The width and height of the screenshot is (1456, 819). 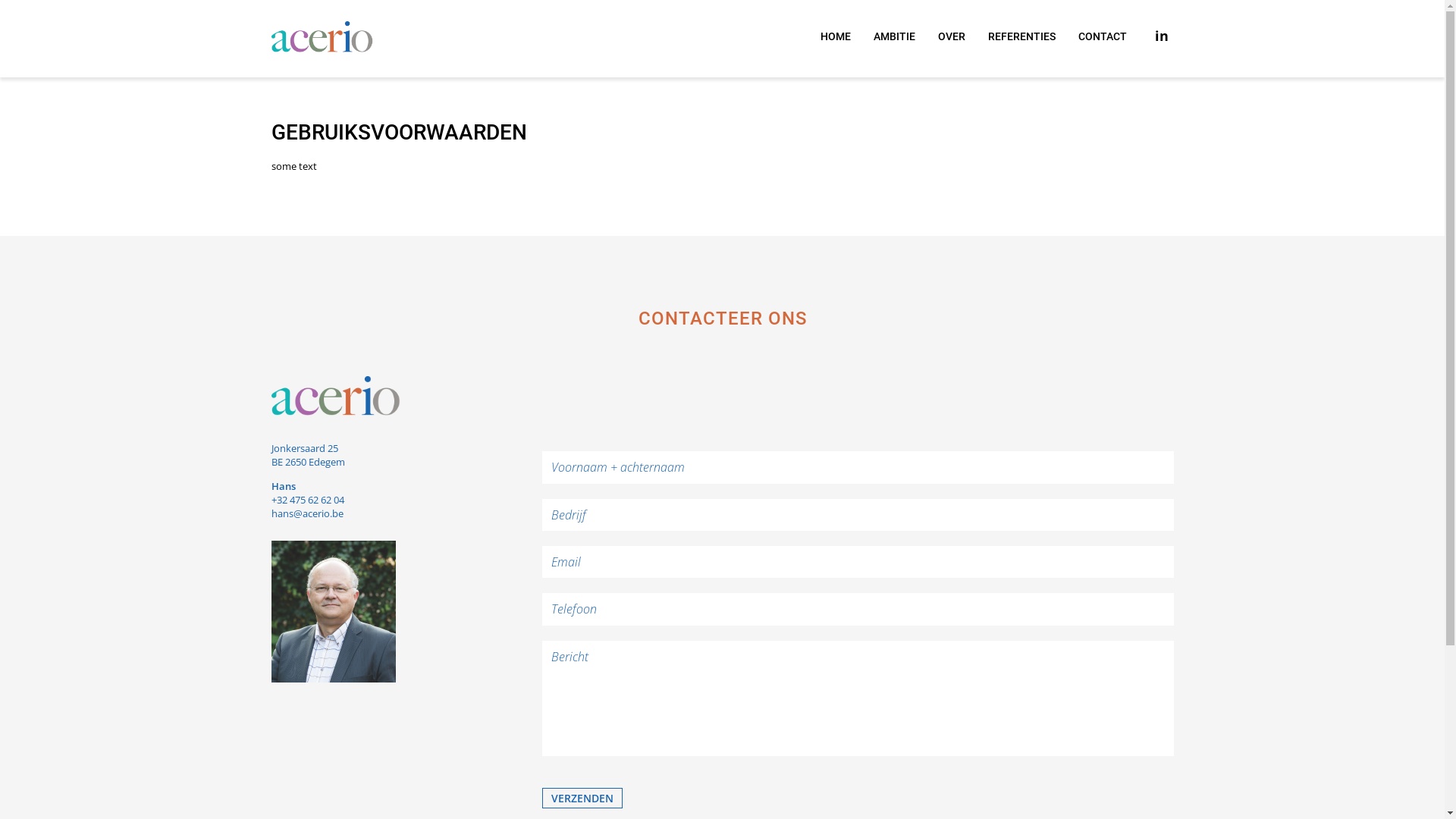 What do you see at coordinates (1160, 34) in the screenshot?
I see `'in'` at bounding box center [1160, 34].